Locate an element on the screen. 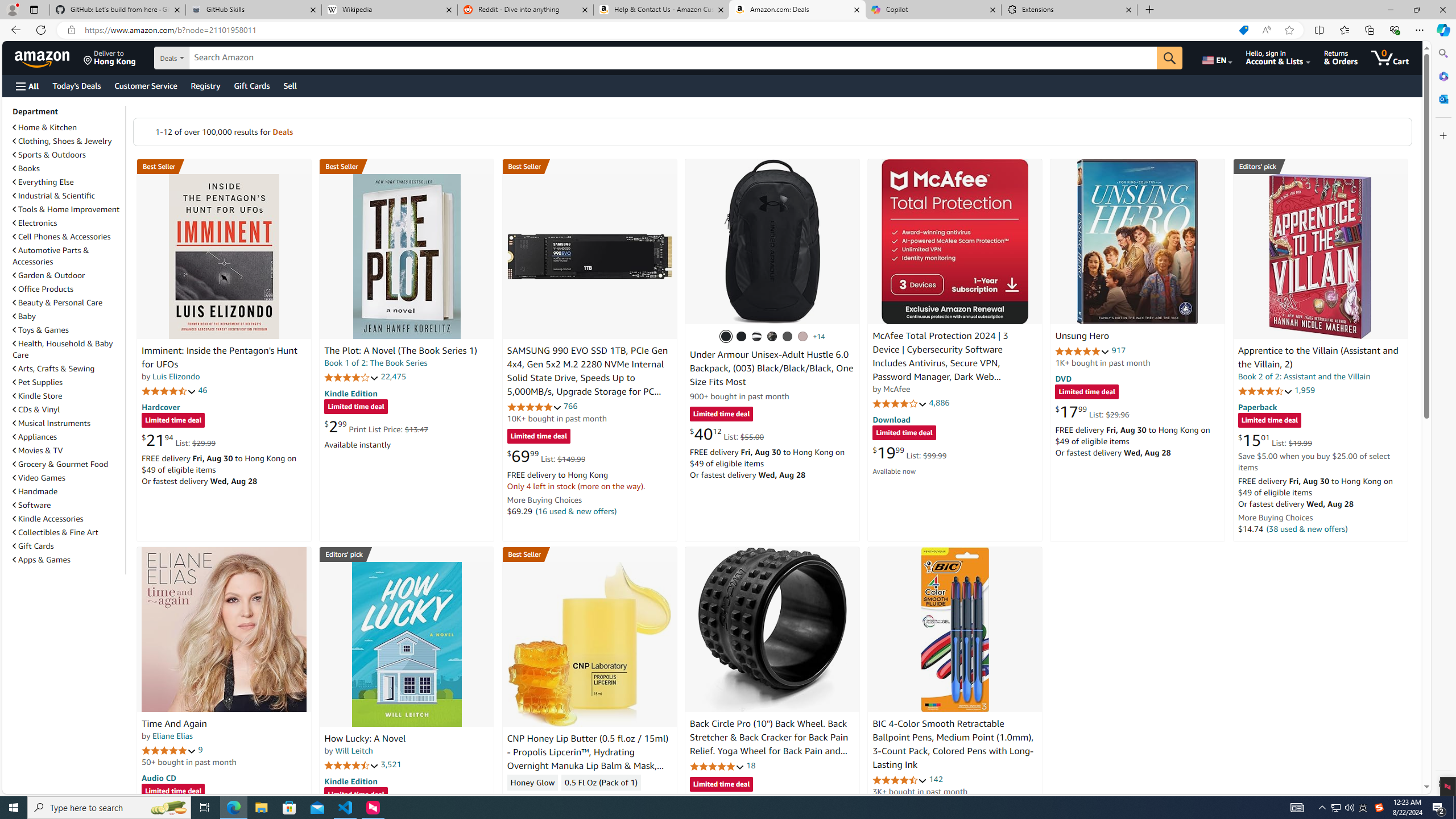  'Open Menu' is located at coordinates (26, 85).